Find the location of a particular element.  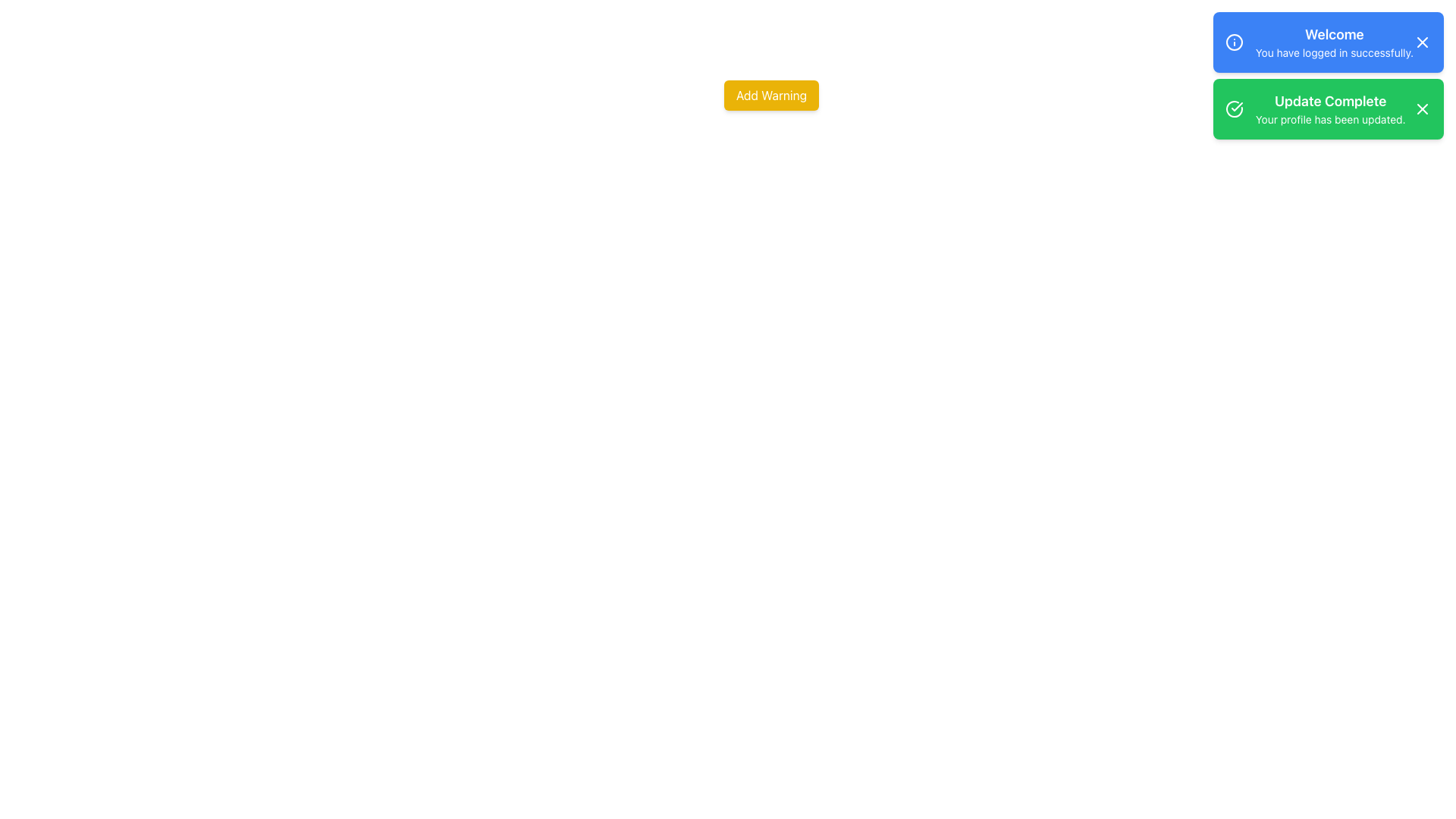

the close button, represented by an 'X' shaped icon, located in the top-right corner of the blue notification card that displays 'Welcome You have logged in successfully.' is located at coordinates (1422, 108).